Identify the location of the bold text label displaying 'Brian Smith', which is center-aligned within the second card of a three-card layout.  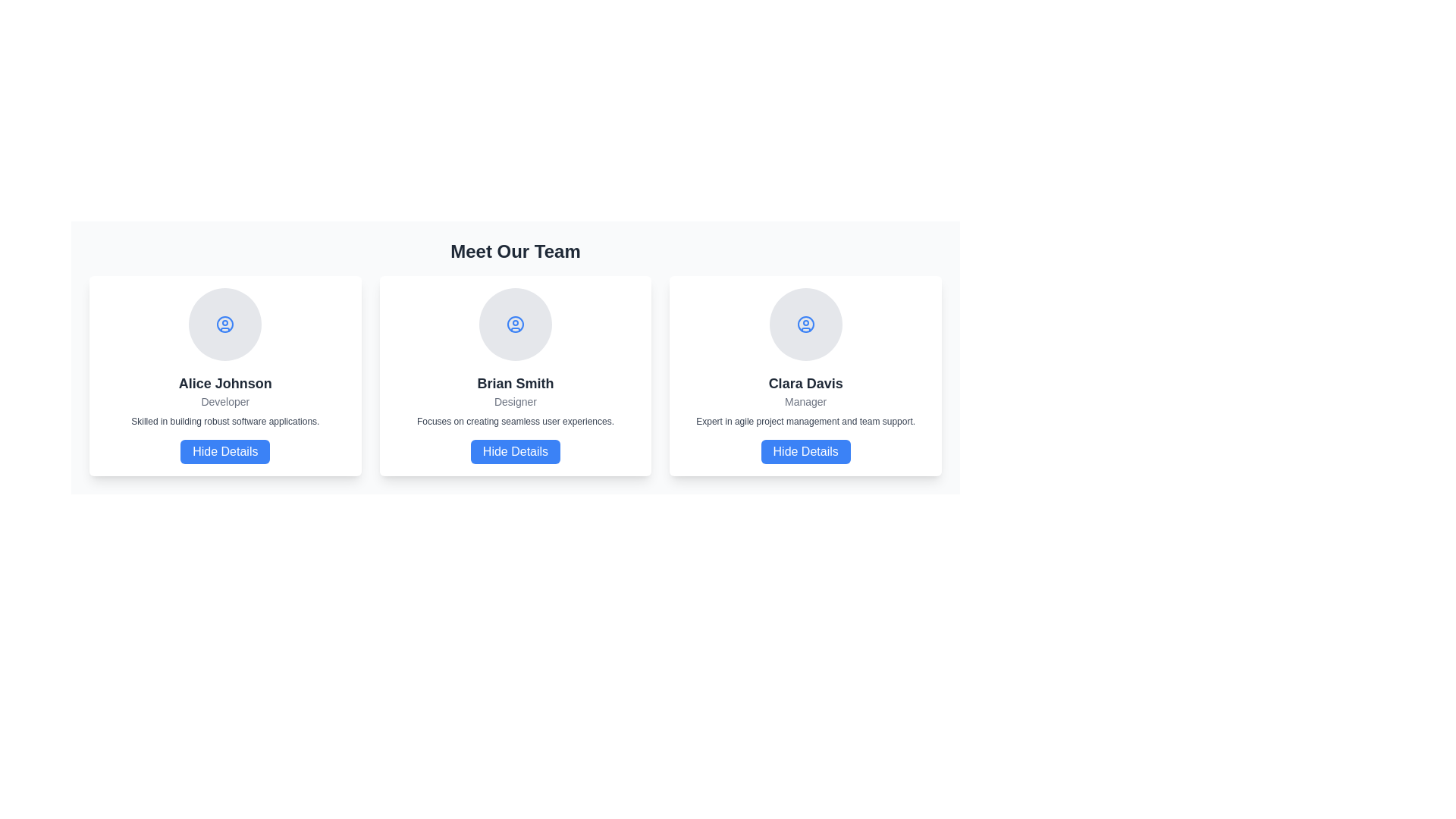
(516, 382).